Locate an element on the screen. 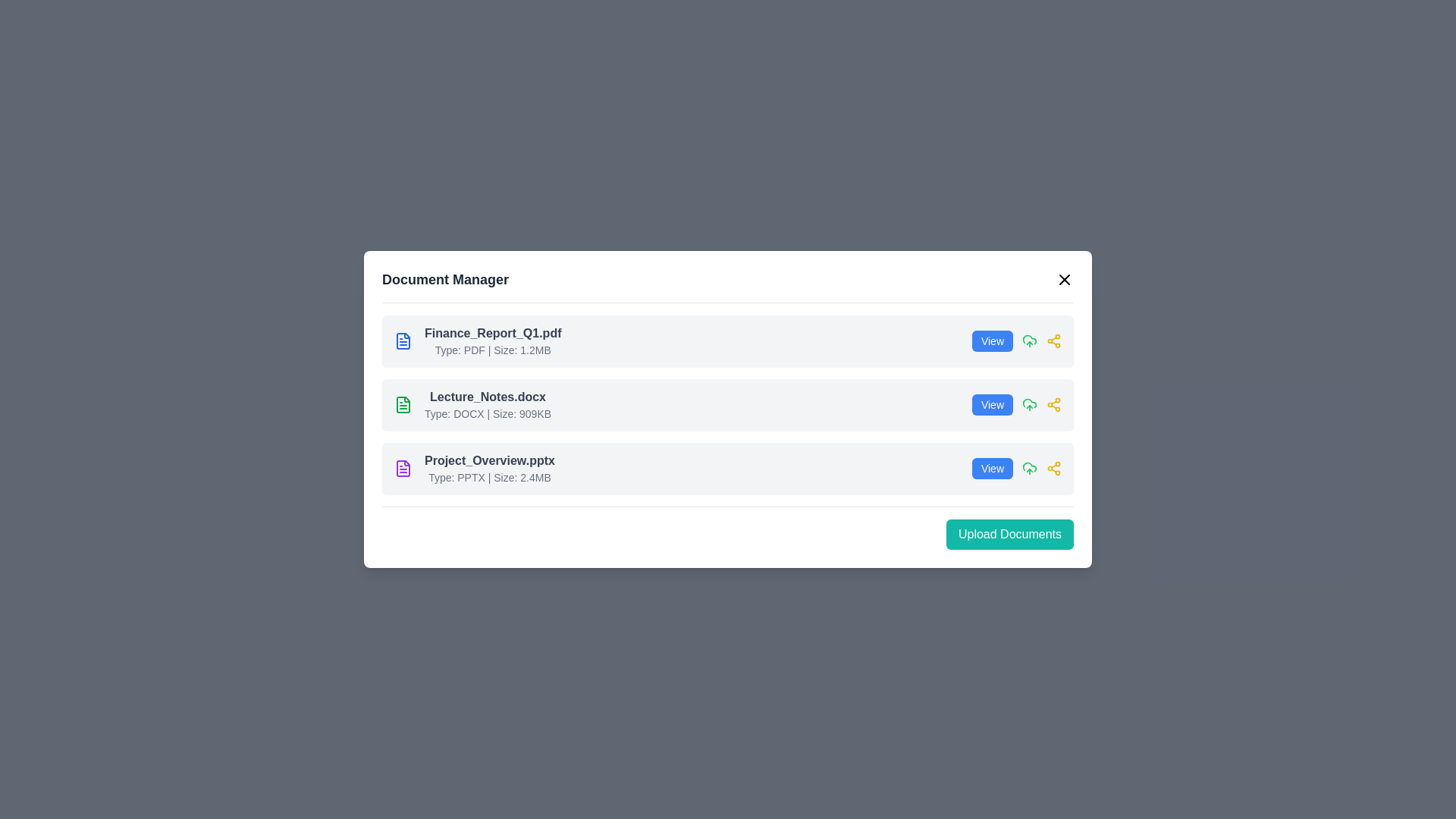 Image resolution: width=1456 pixels, height=819 pixels. the text label displaying the document's metadata, specifically the file type ('DOCX') and size ('909KB'), which is styled in a smaller gray font and located below the main document name ('Lecture_Notes.docx') is located at coordinates (488, 414).